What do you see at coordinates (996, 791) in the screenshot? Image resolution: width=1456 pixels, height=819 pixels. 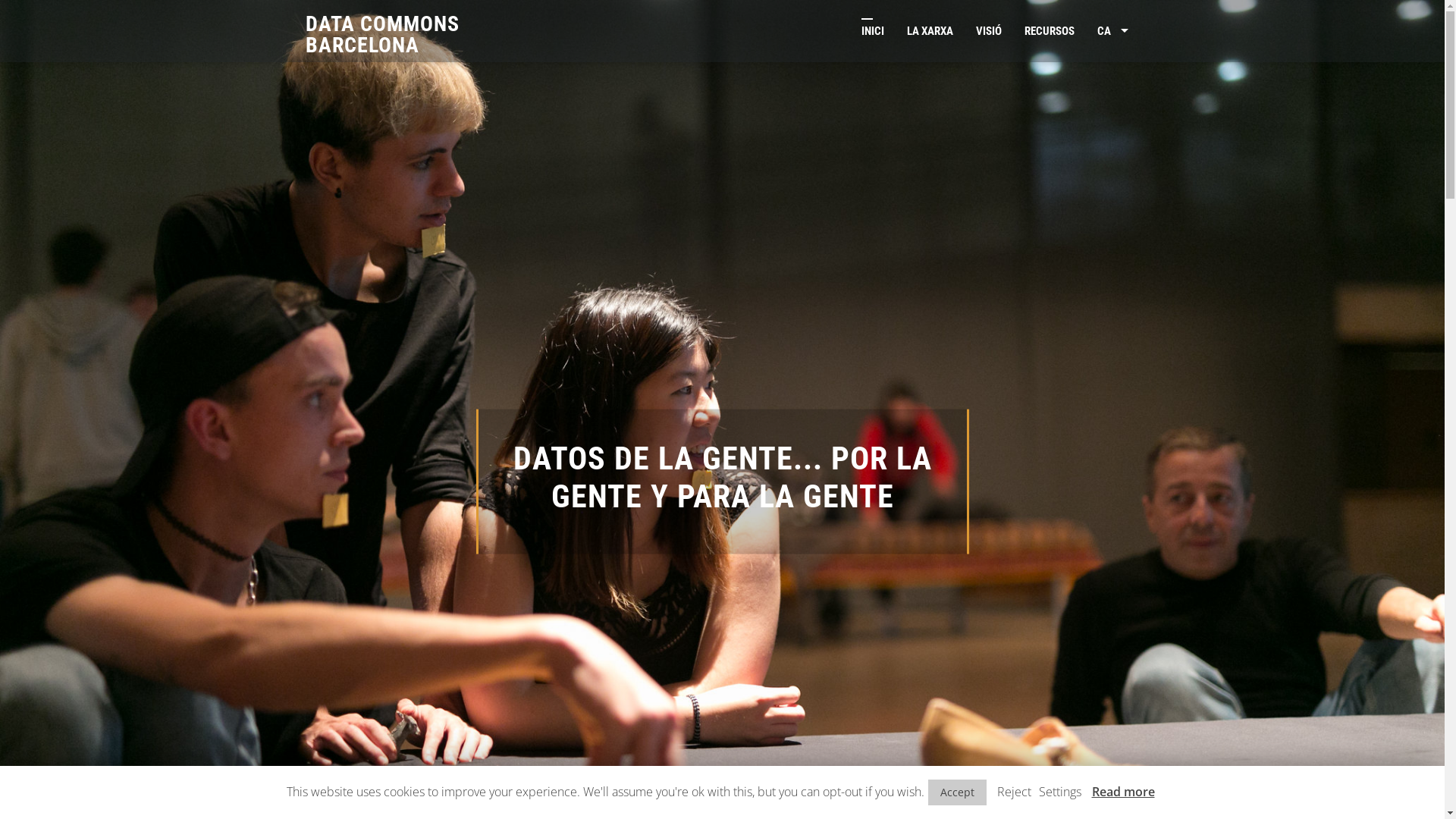 I see `'Reject'` at bounding box center [996, 791].